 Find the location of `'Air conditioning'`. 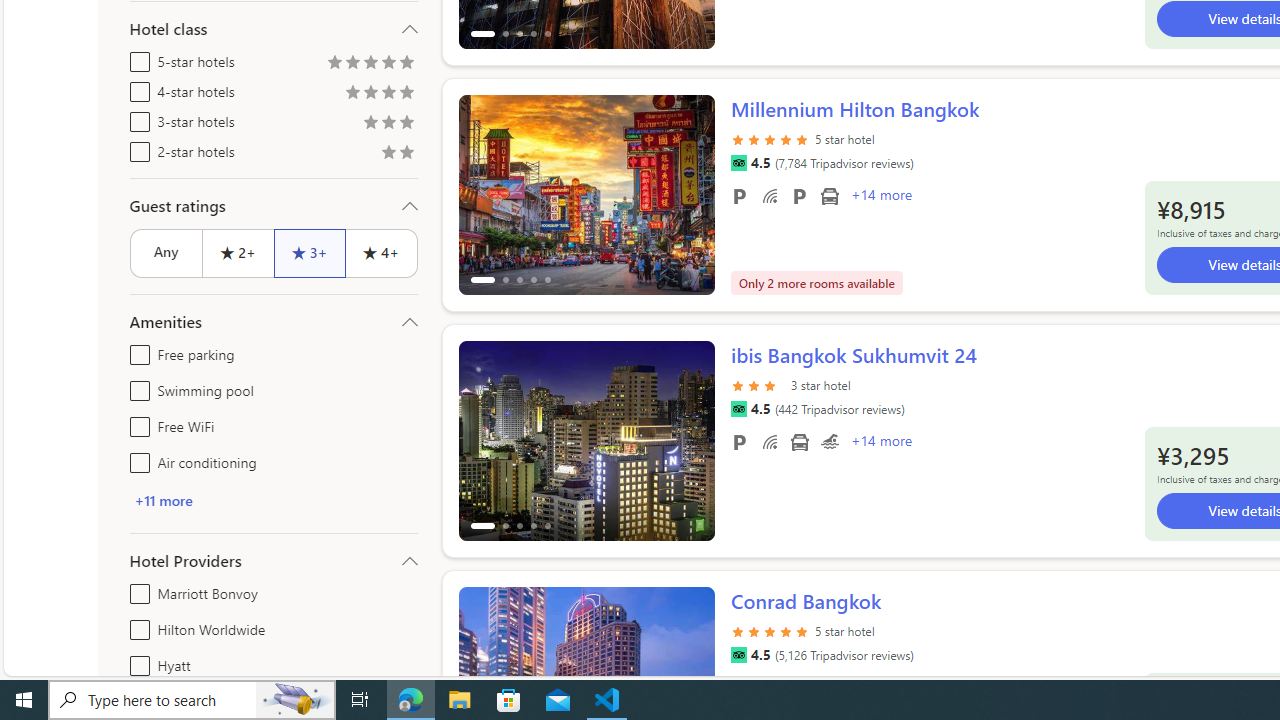

'Air conditioning' is located at coordinates (135, 459).